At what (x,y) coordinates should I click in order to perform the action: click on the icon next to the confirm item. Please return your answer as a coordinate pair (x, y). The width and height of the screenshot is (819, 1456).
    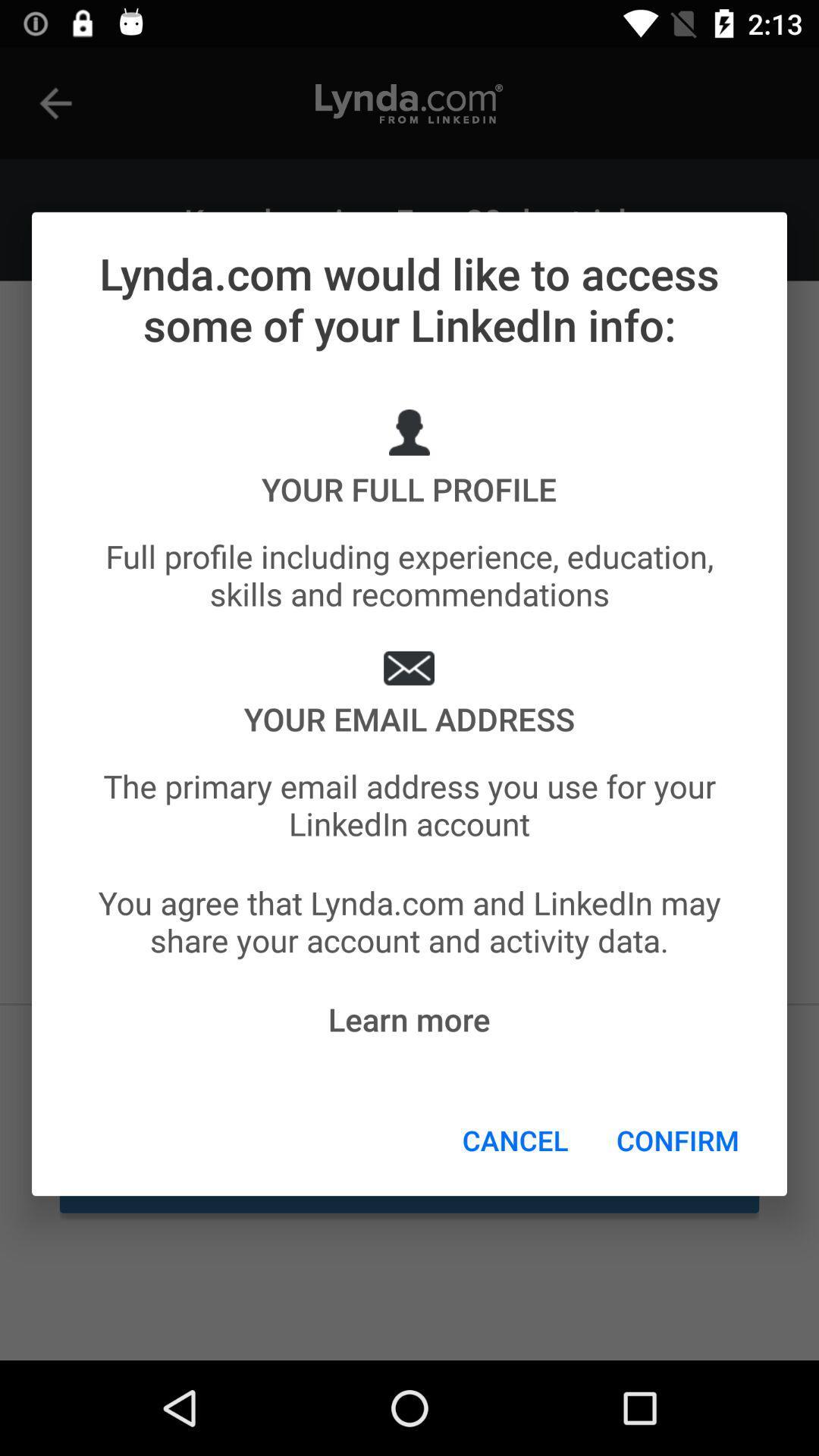
    Looking at the image, I should click on (514, 1140).